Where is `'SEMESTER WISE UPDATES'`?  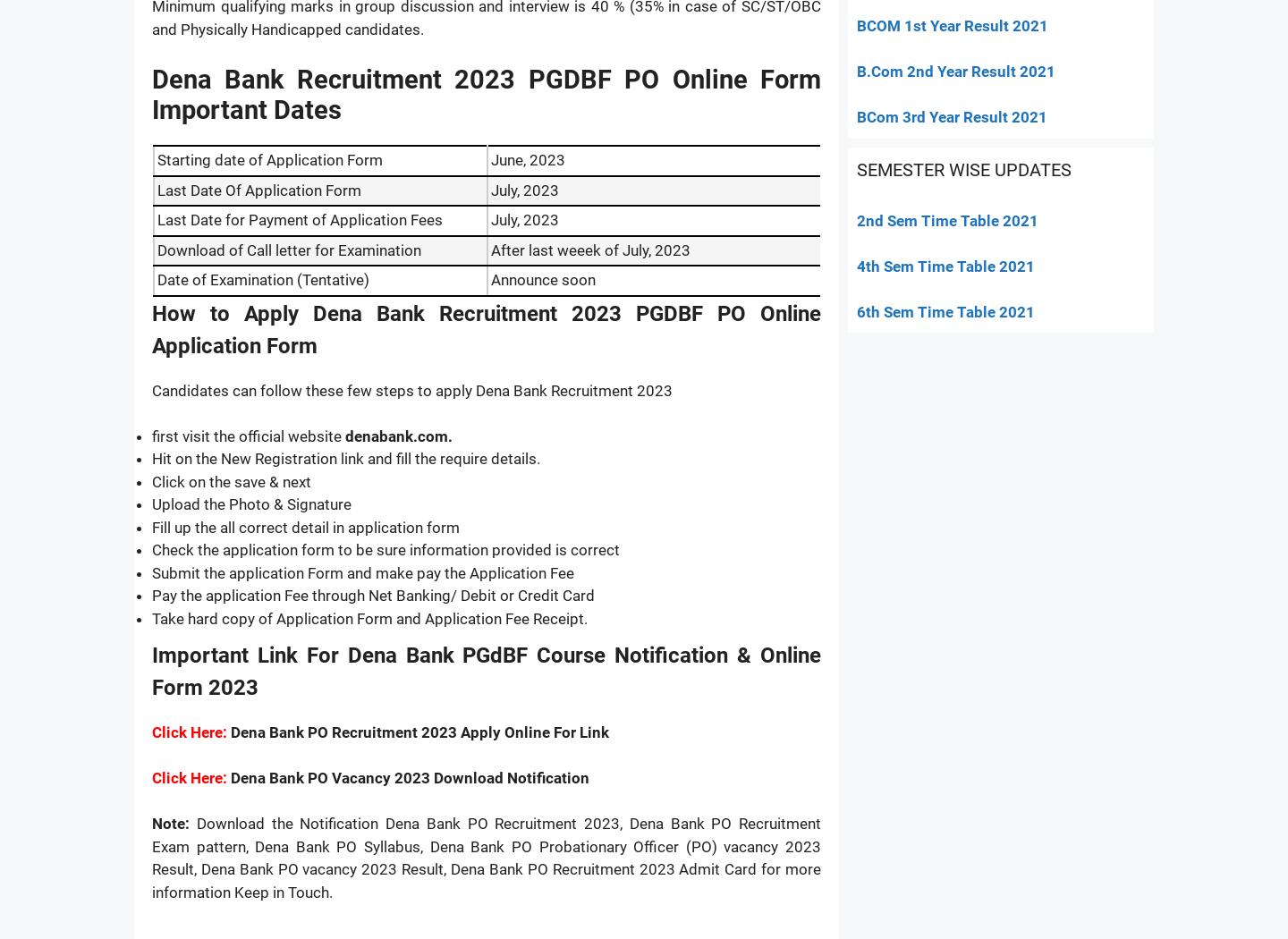
'SEMESTER WISE UPDATES' is located at coordinates (963, 168).